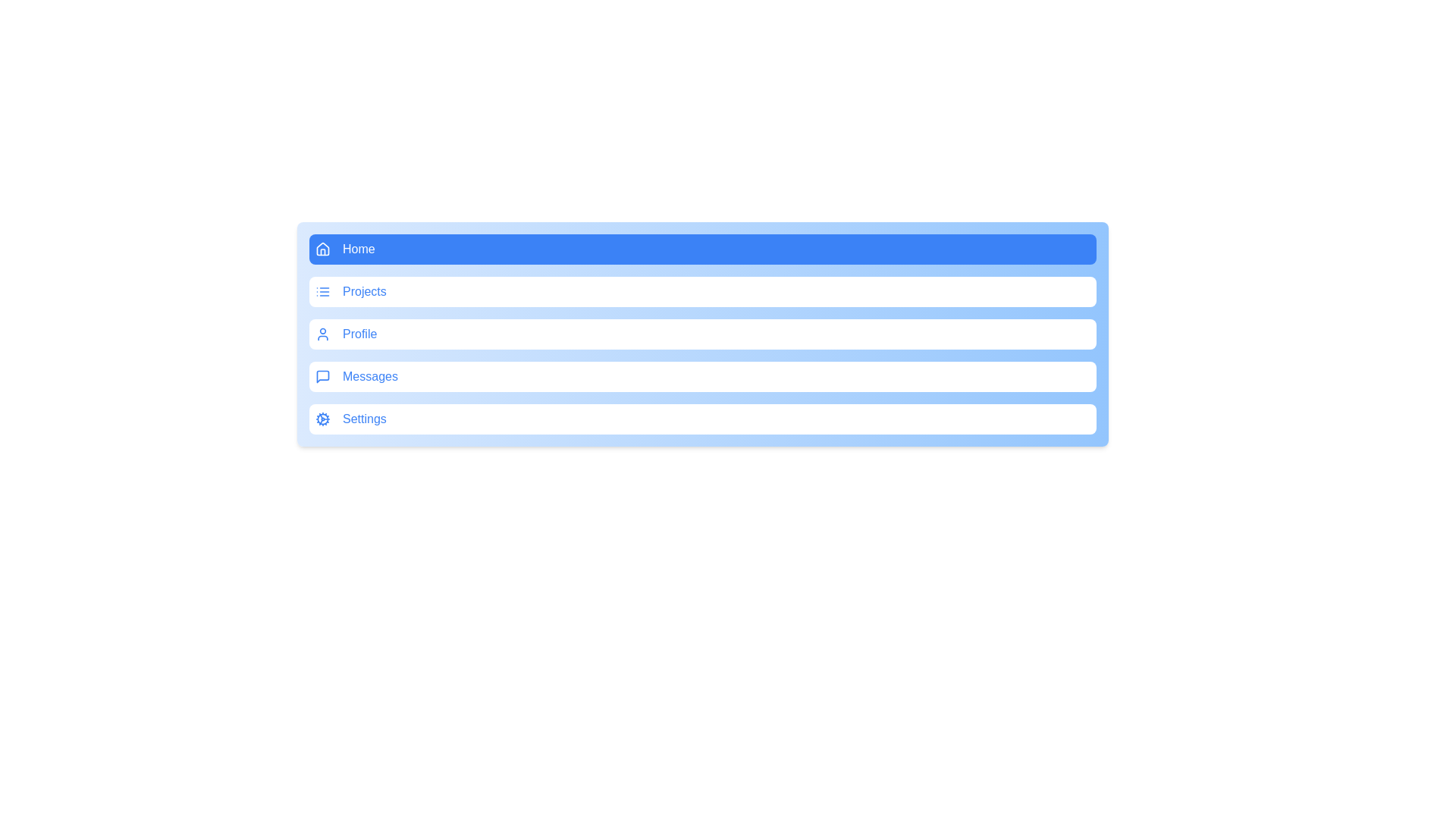 This screenshot has width=1456, height=819. I want to click on the navigation item labeled Messages, so click(701, 376).